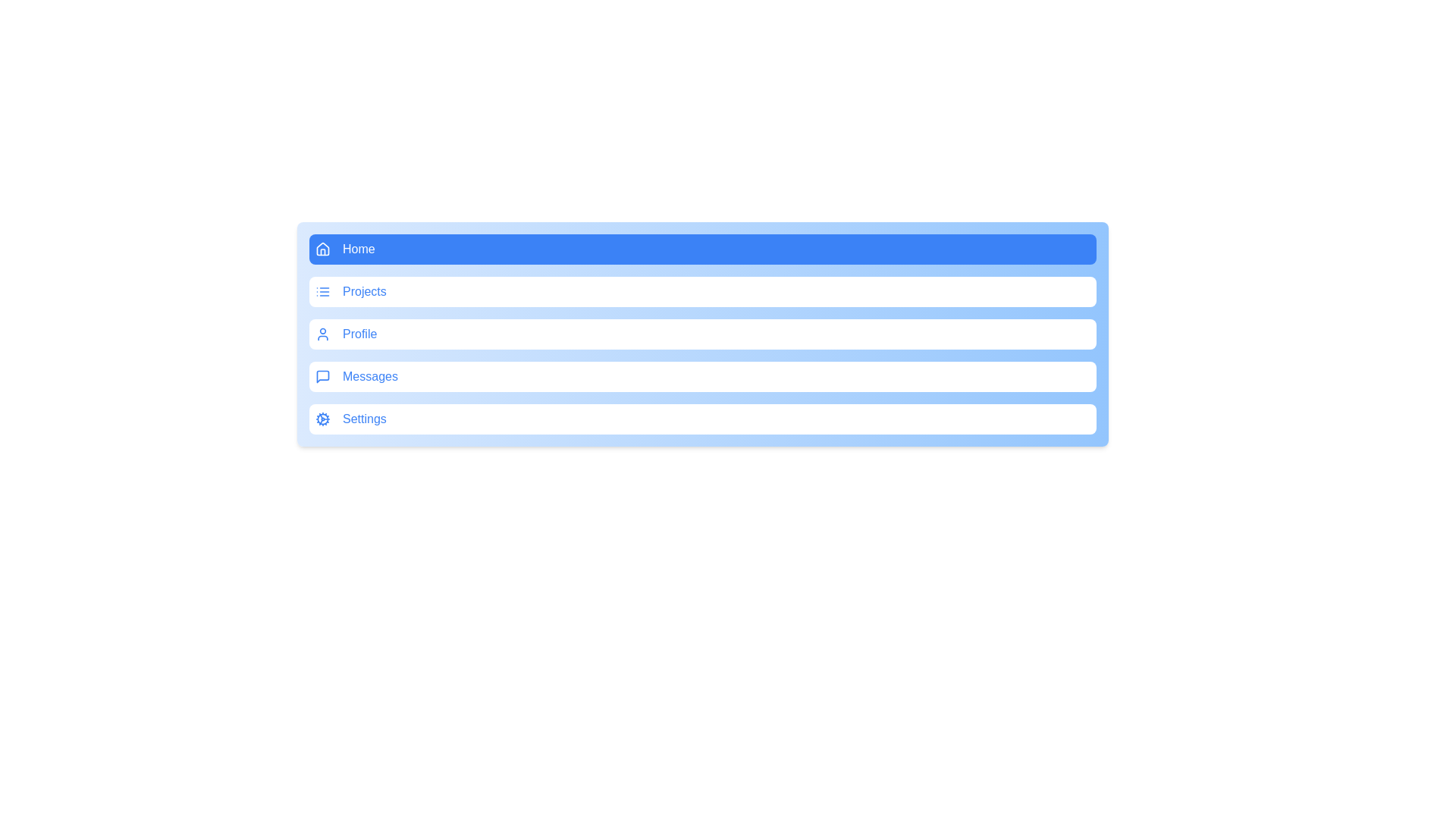 This screenshot has width=1456, height=819. I want to click on the navigation item labeled Messages, so click(701, 376).